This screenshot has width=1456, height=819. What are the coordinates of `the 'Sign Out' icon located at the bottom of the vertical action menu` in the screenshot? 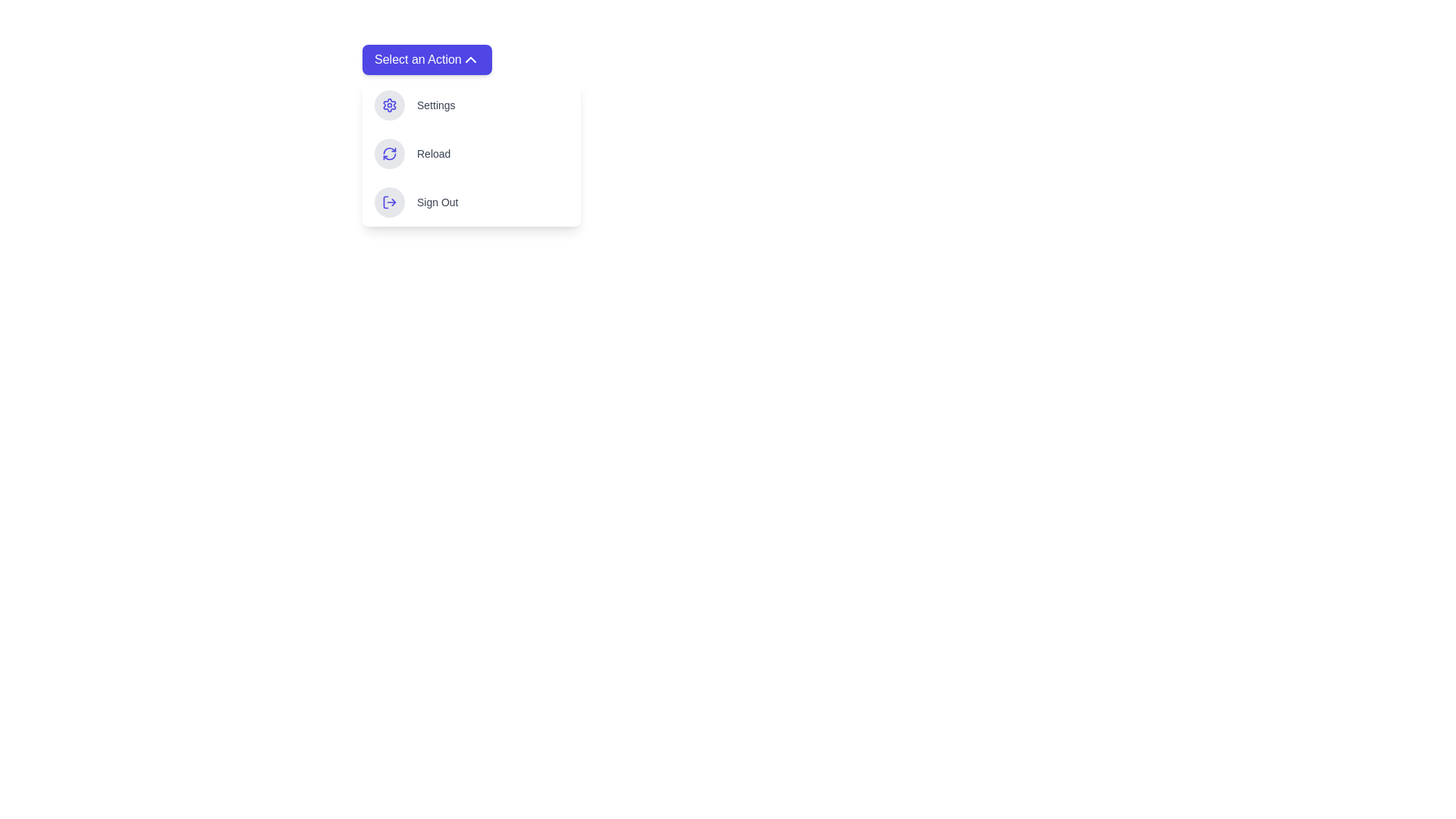 It's located at (389, 201).